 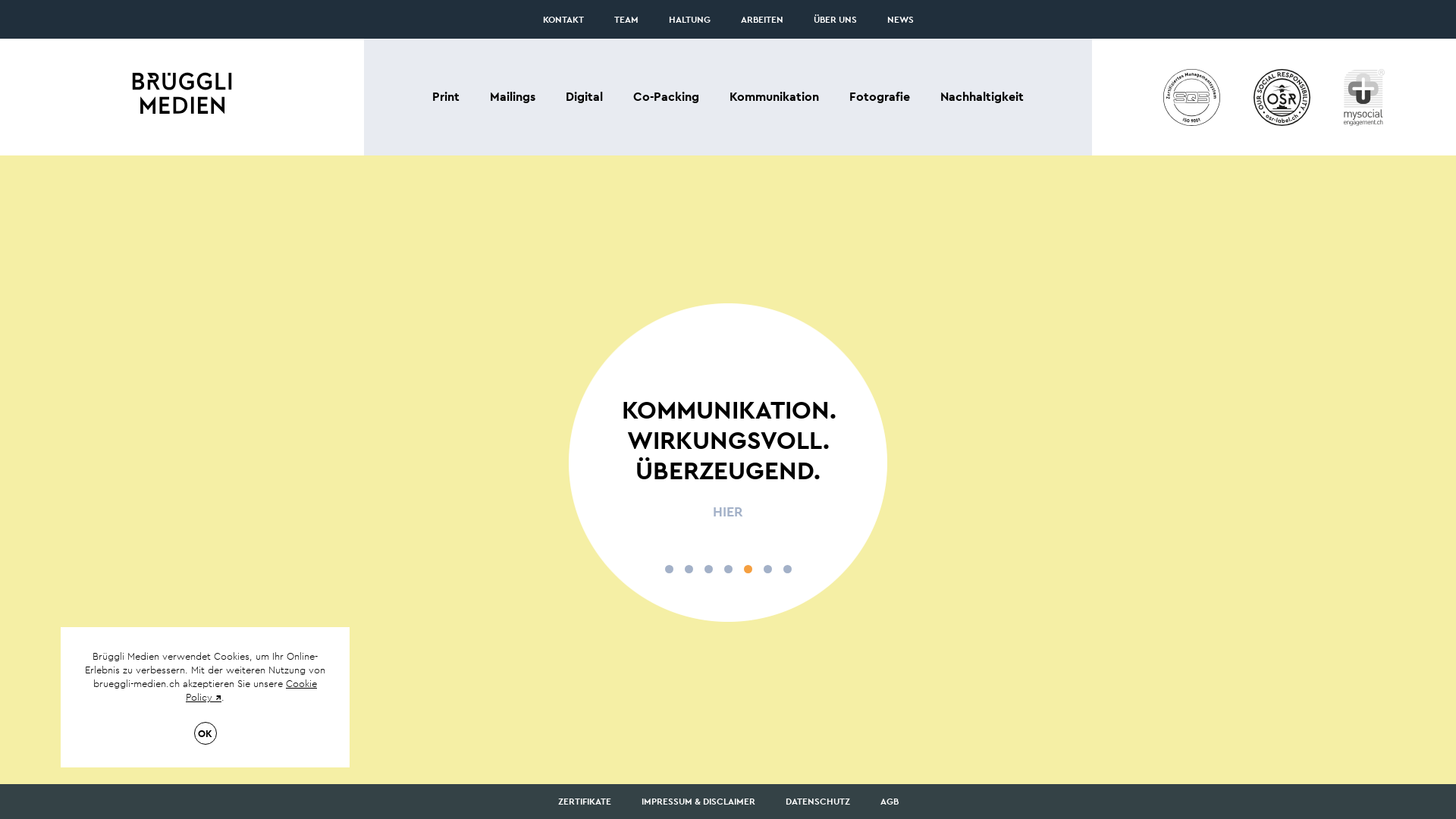 What do you see at coordinates (900, 20) in the screenshot?
I see `'NEWS'` at bounding box center [900, 20].